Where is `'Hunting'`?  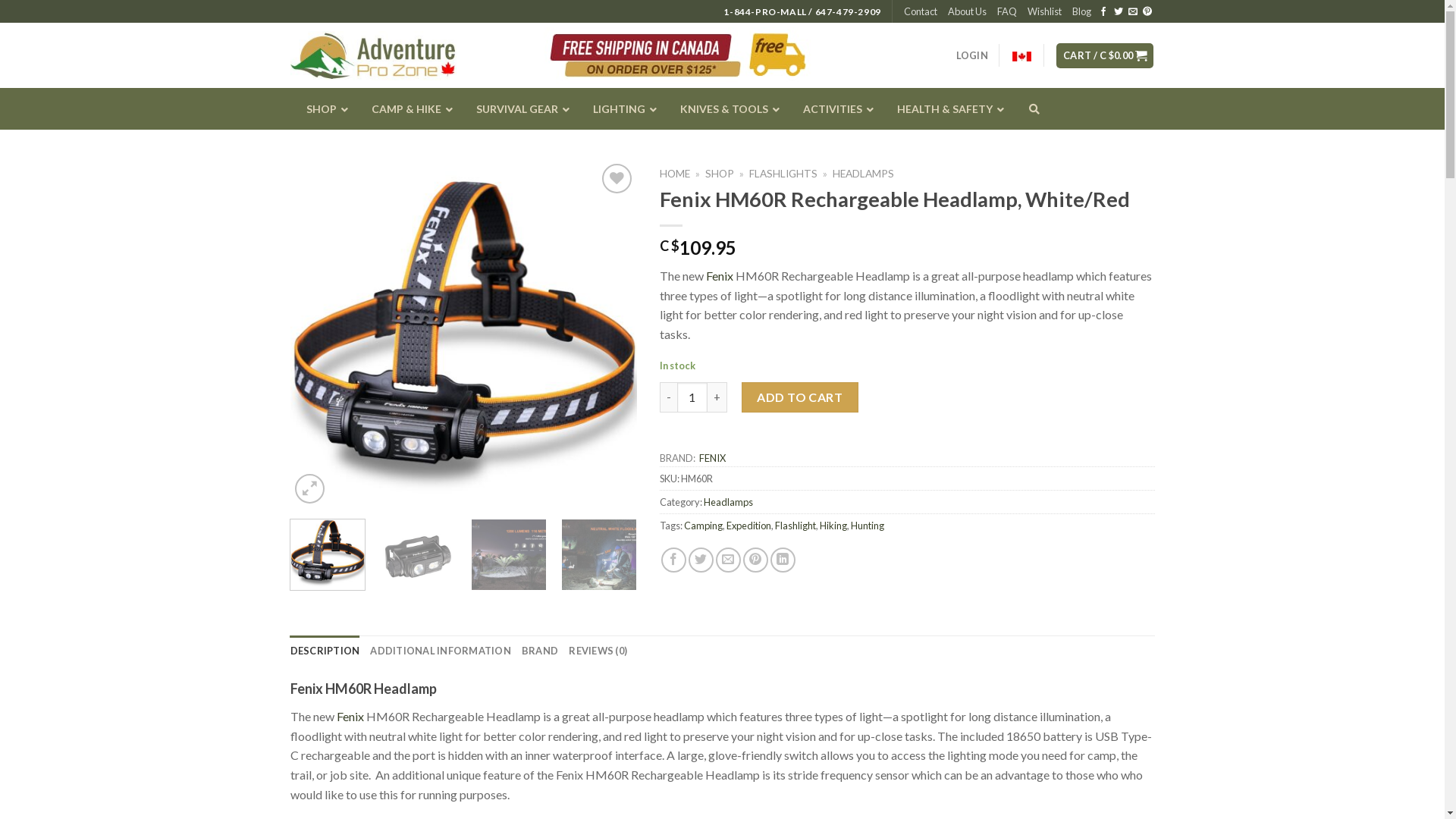
'Hunting' is located at coordinates (867, 525).